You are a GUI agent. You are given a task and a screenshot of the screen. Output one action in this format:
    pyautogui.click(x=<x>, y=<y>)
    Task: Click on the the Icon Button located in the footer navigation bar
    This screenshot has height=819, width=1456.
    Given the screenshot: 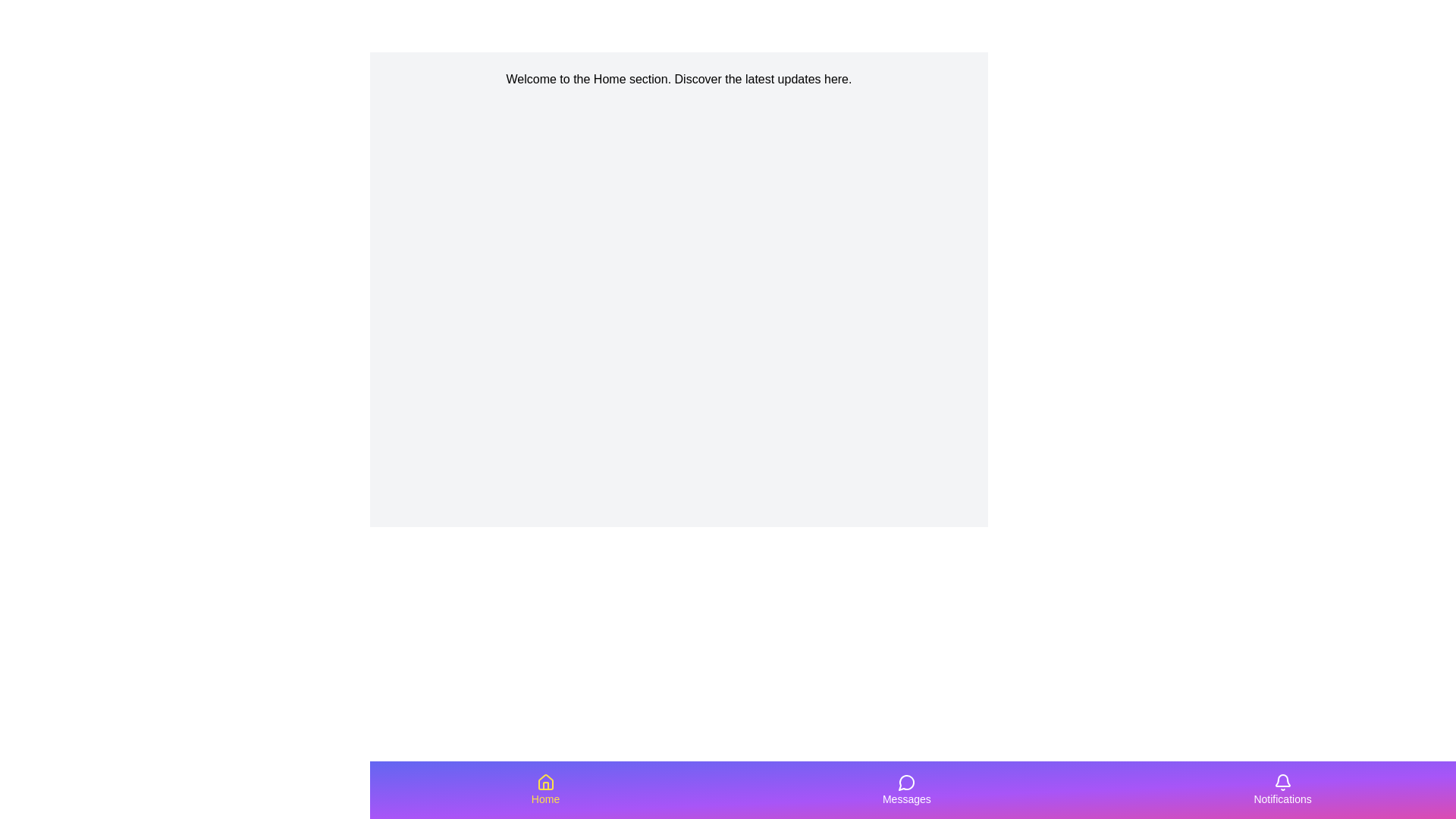 What is the action you would take?
    pyautogui.click(x=906, y=783)
    